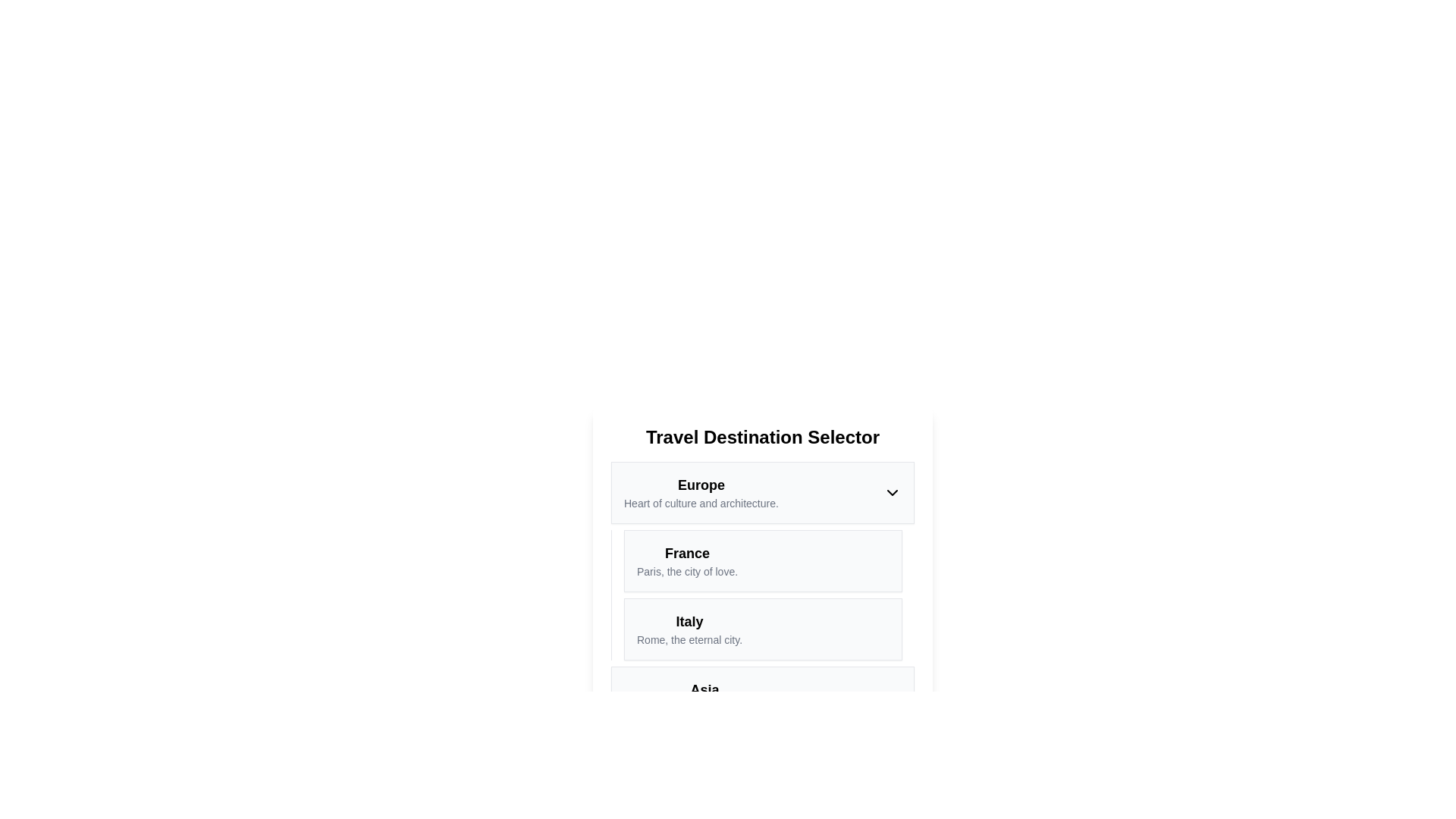  I want to click on the bold header text element reading 'Travel Destination Selector', which is prominently placed at the top of a white card-like section, so click(763, 438).